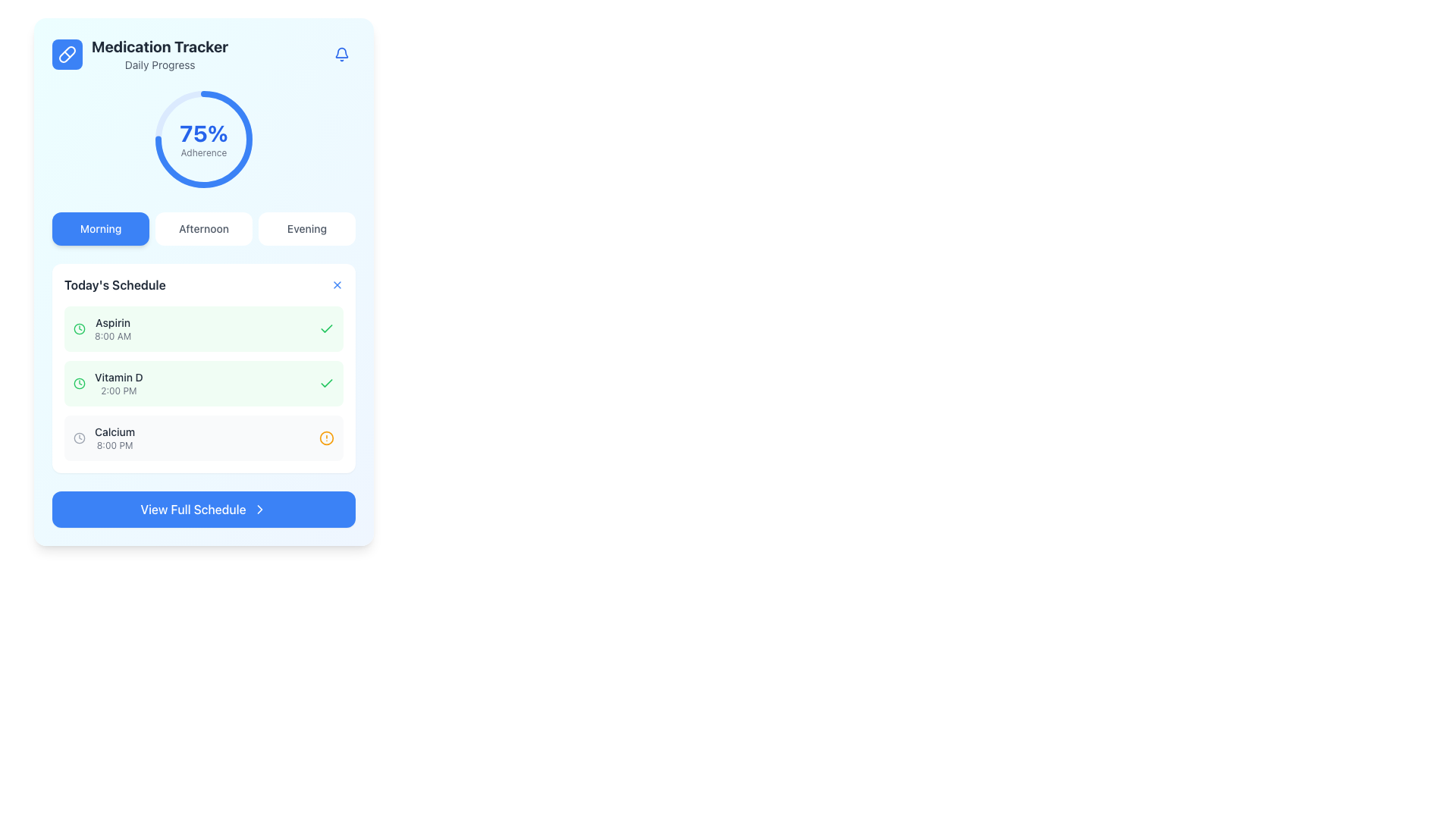 The height and width of the screenshot is (819, 1456). What do you see at coordinates (79, 382) in the screenshot?
I see `the circular shape with a green outline and transparent fill that serves as a visual indicator in the 'Calcium 8:00 PM' item of the 'Today's Schedule' section` at bounding box center [79, 382].